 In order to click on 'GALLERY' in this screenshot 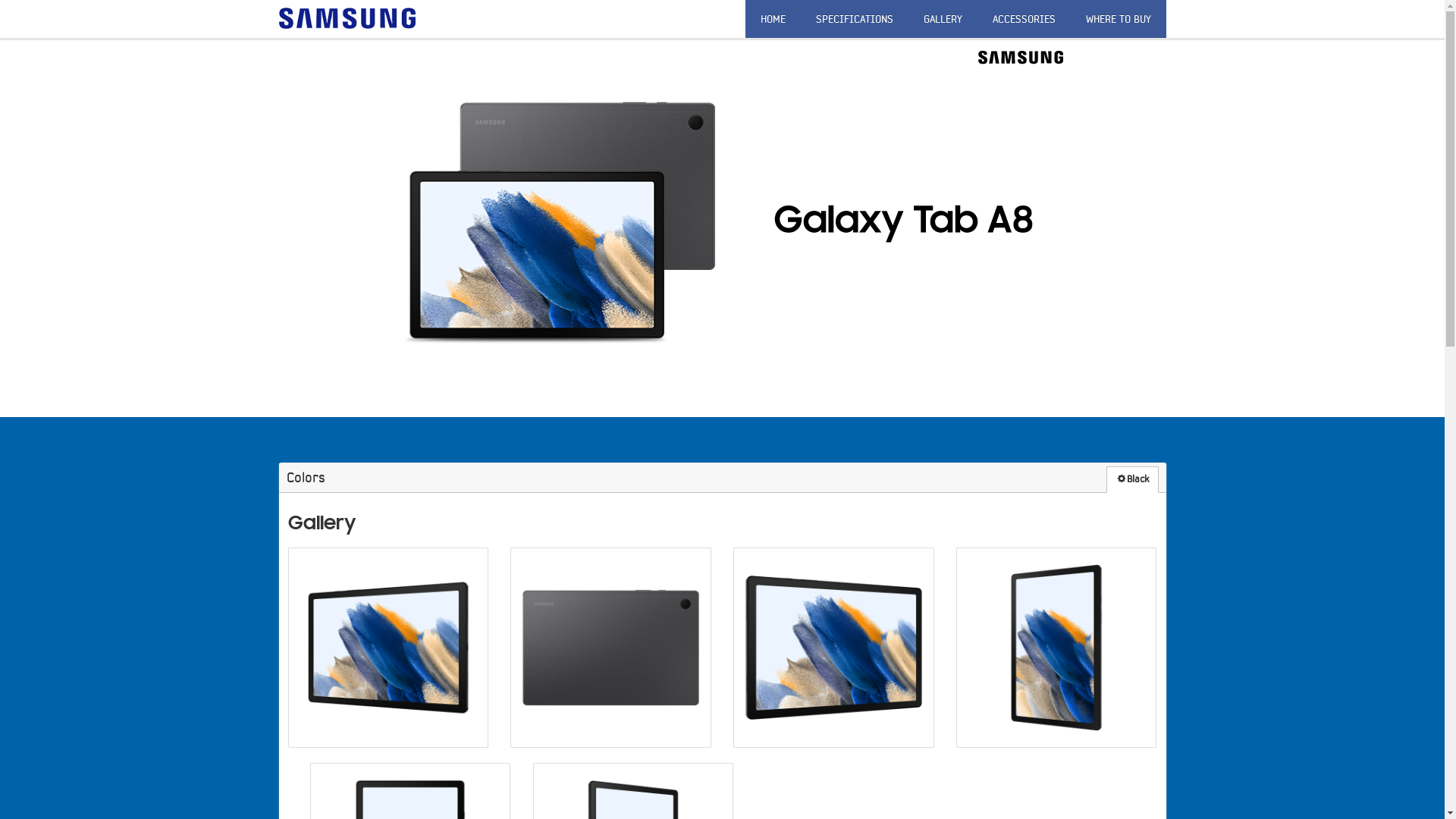, I will do `click(942, 18)`.